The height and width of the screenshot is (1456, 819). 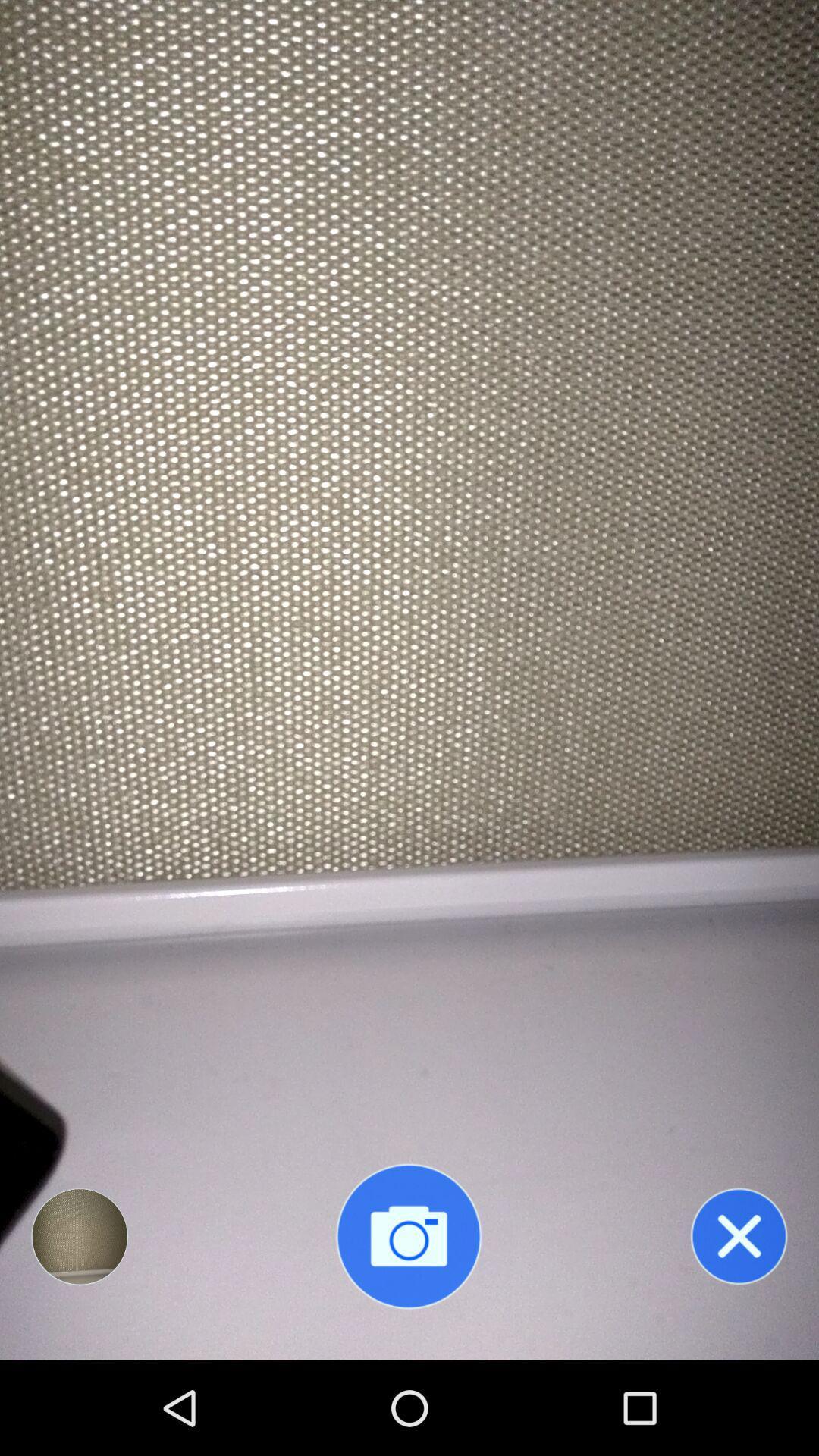 What do you see at coordinates (408, 1236) in the screenshot?
I see `the camera option` at bounding box center [408, 1236].